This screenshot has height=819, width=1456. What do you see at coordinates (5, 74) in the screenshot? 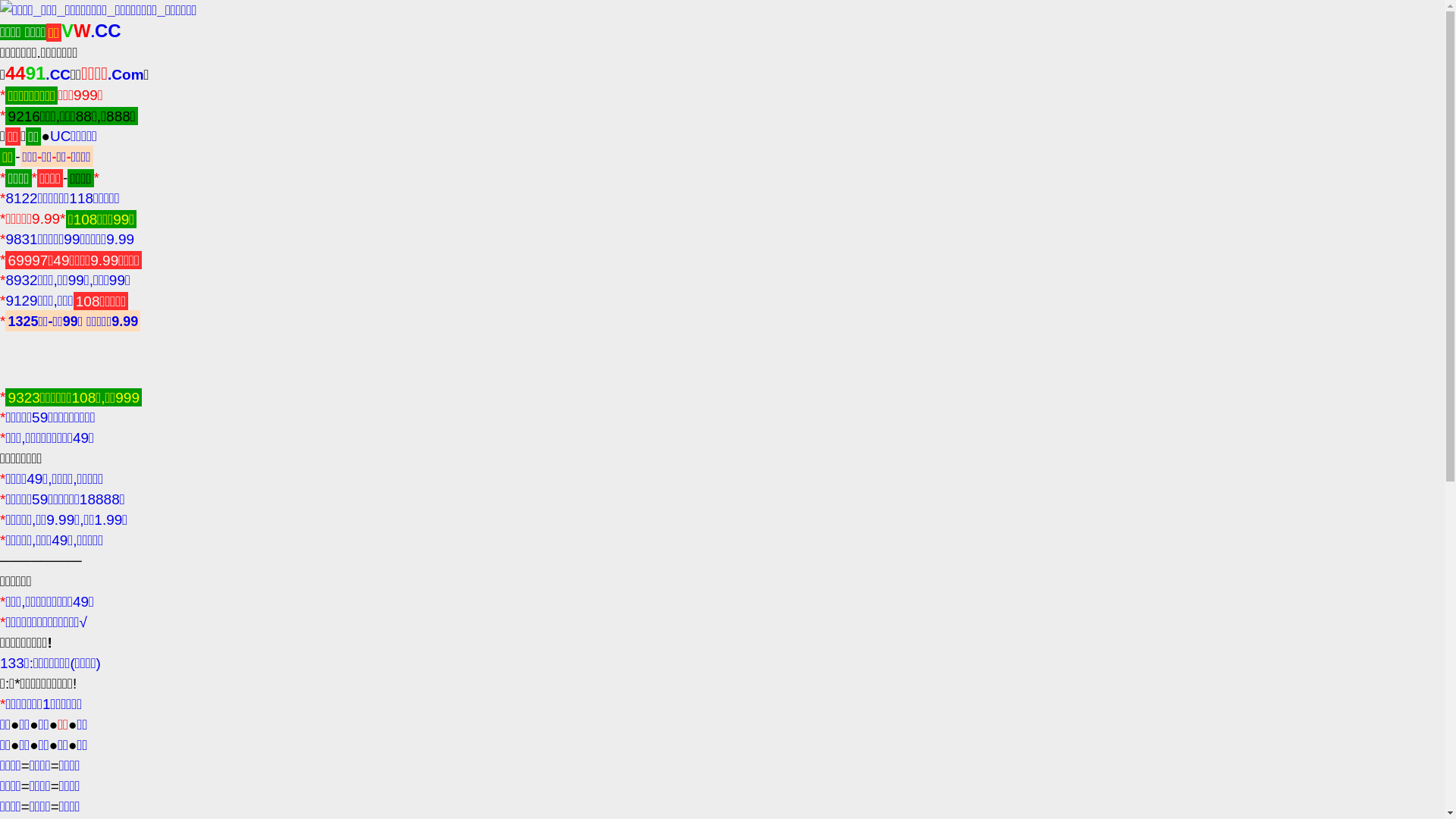
I see `'4491.CC'` at bounding box center [5, 74].